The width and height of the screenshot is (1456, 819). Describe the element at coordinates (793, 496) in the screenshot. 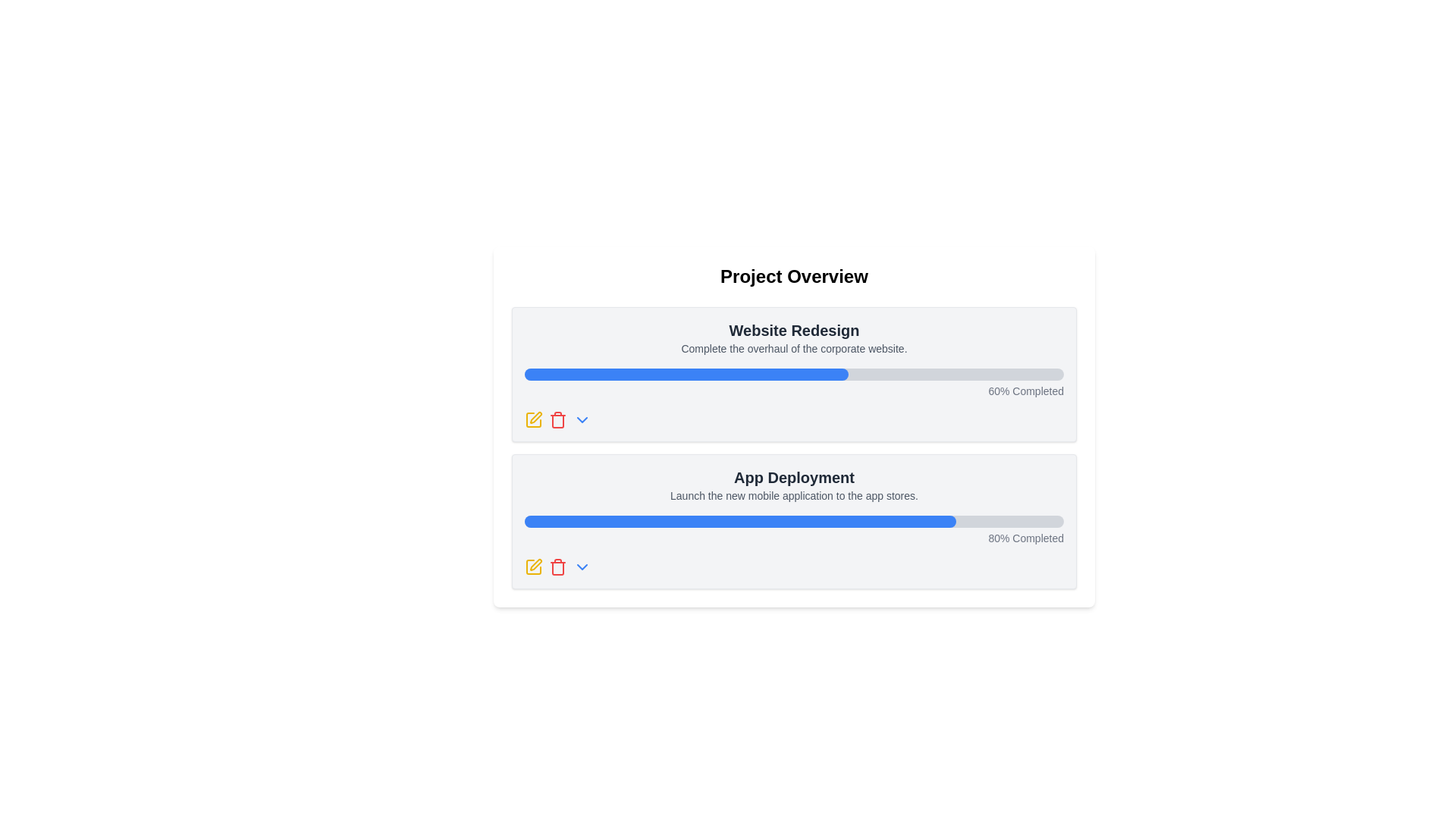

I see `the text content that describes the progress of the 'App Deployment' task, located under the 'App Deployment' header and above the '80% Completed' completion bar in the second card section` at that location.